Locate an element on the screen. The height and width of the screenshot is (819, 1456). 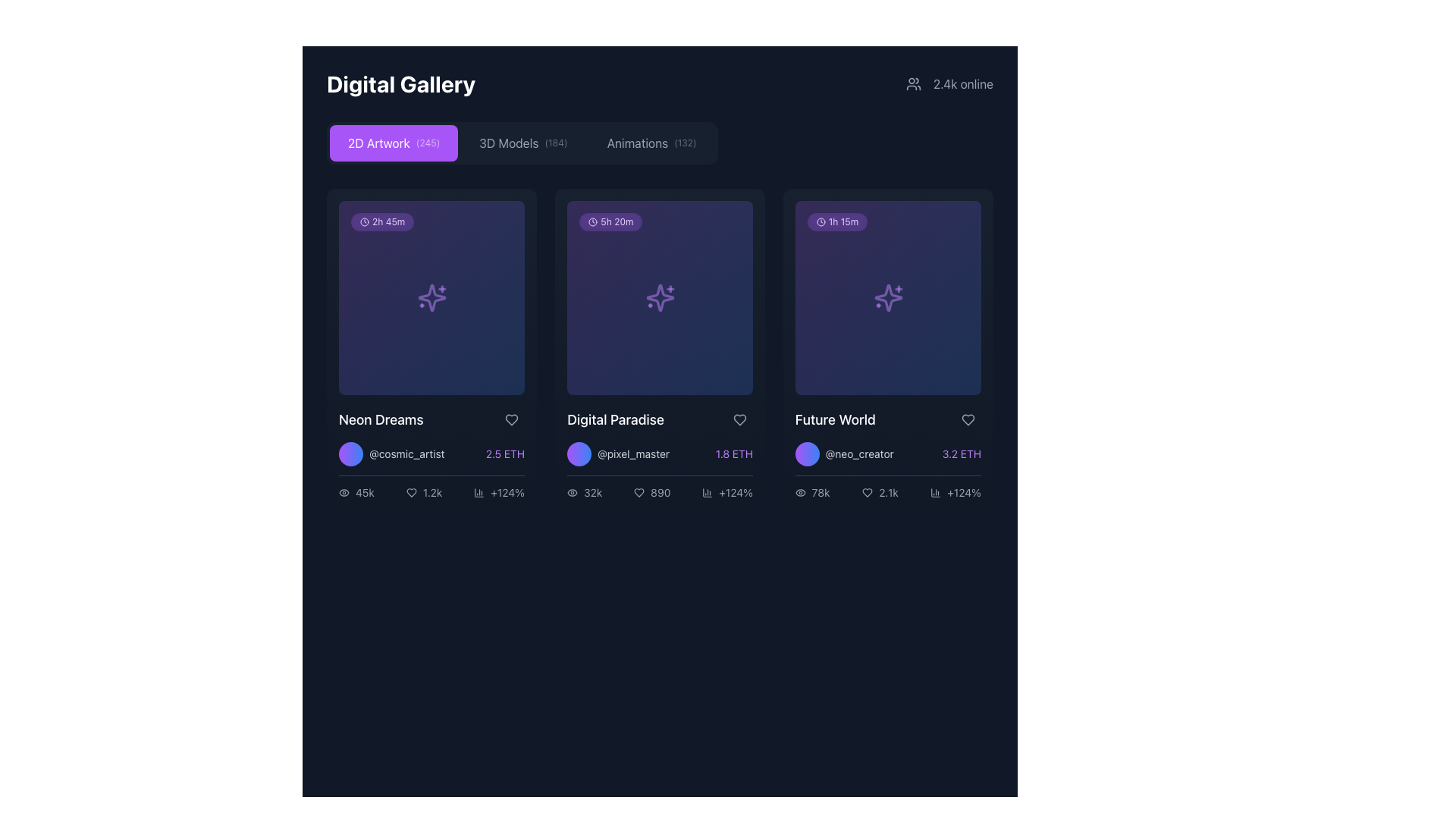
the heart-shaped icon button for keyboard interaction is located at coordinates (967, 420).